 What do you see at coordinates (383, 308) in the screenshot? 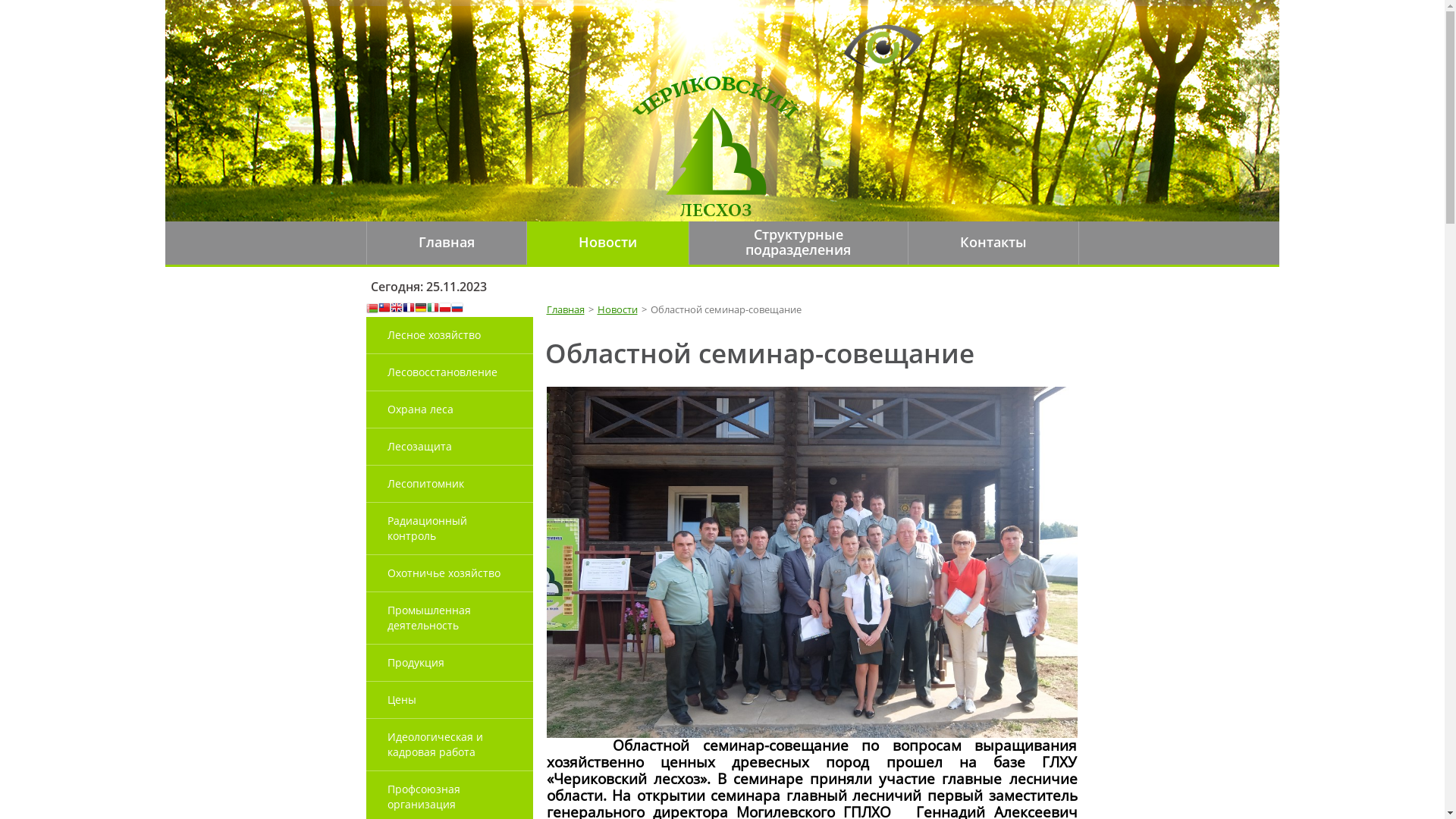
I see `'Chinese (Traditional)'` at bounding box center [383, 308].